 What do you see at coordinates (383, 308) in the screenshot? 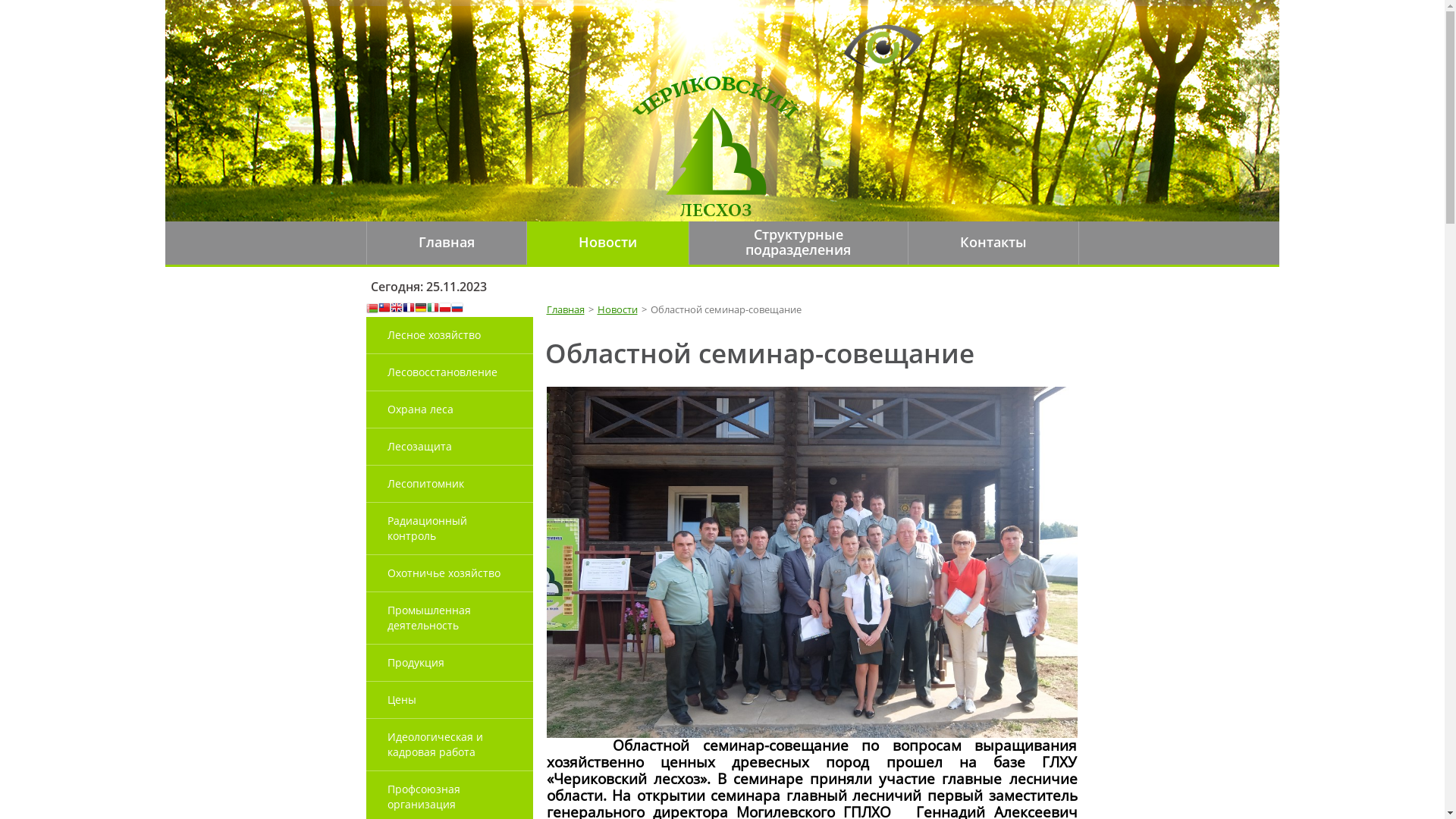
I see `'Chinese (Traditional)'` at bounding box center [383, 308].